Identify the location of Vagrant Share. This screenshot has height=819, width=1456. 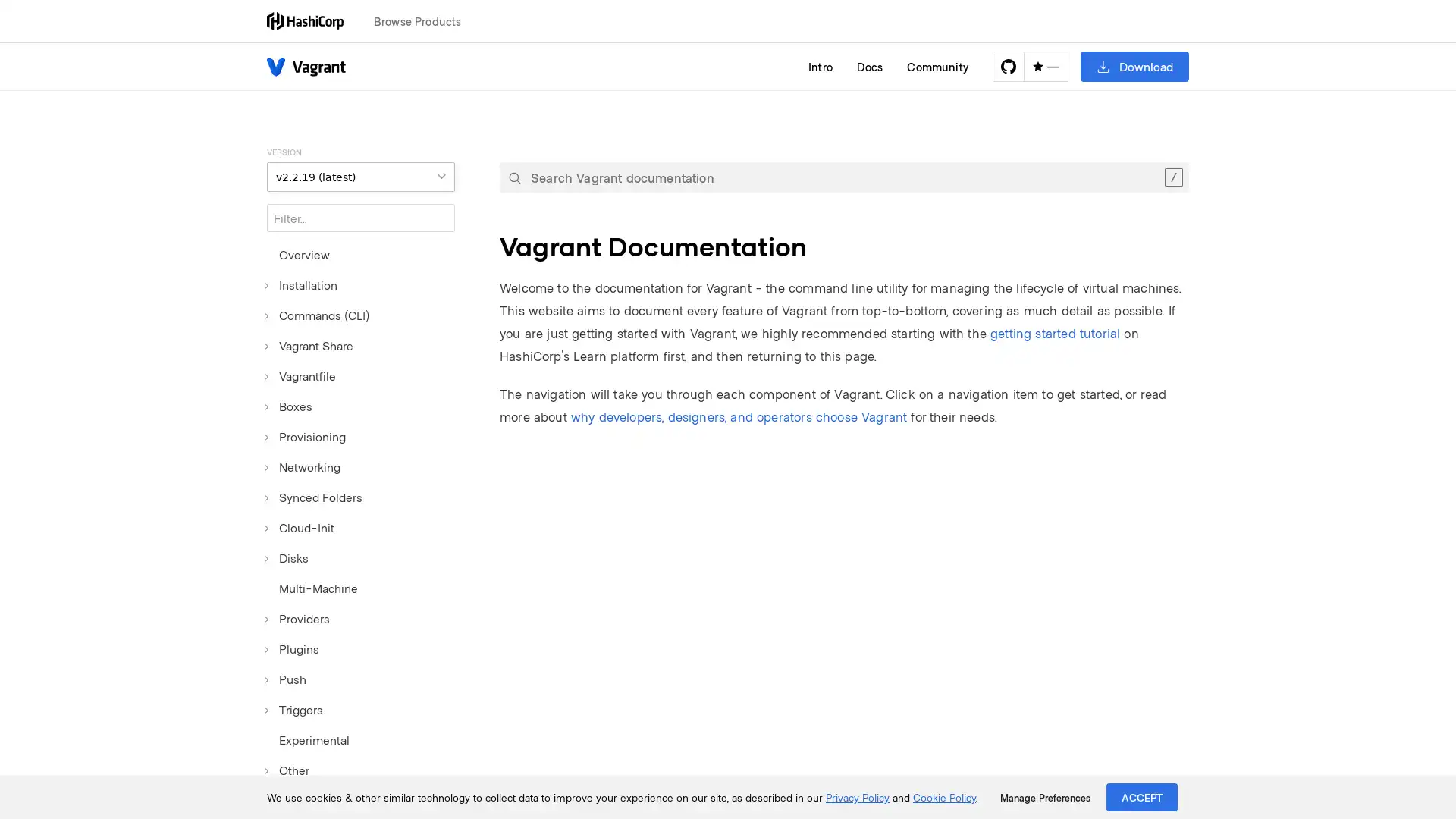
(309, 345).